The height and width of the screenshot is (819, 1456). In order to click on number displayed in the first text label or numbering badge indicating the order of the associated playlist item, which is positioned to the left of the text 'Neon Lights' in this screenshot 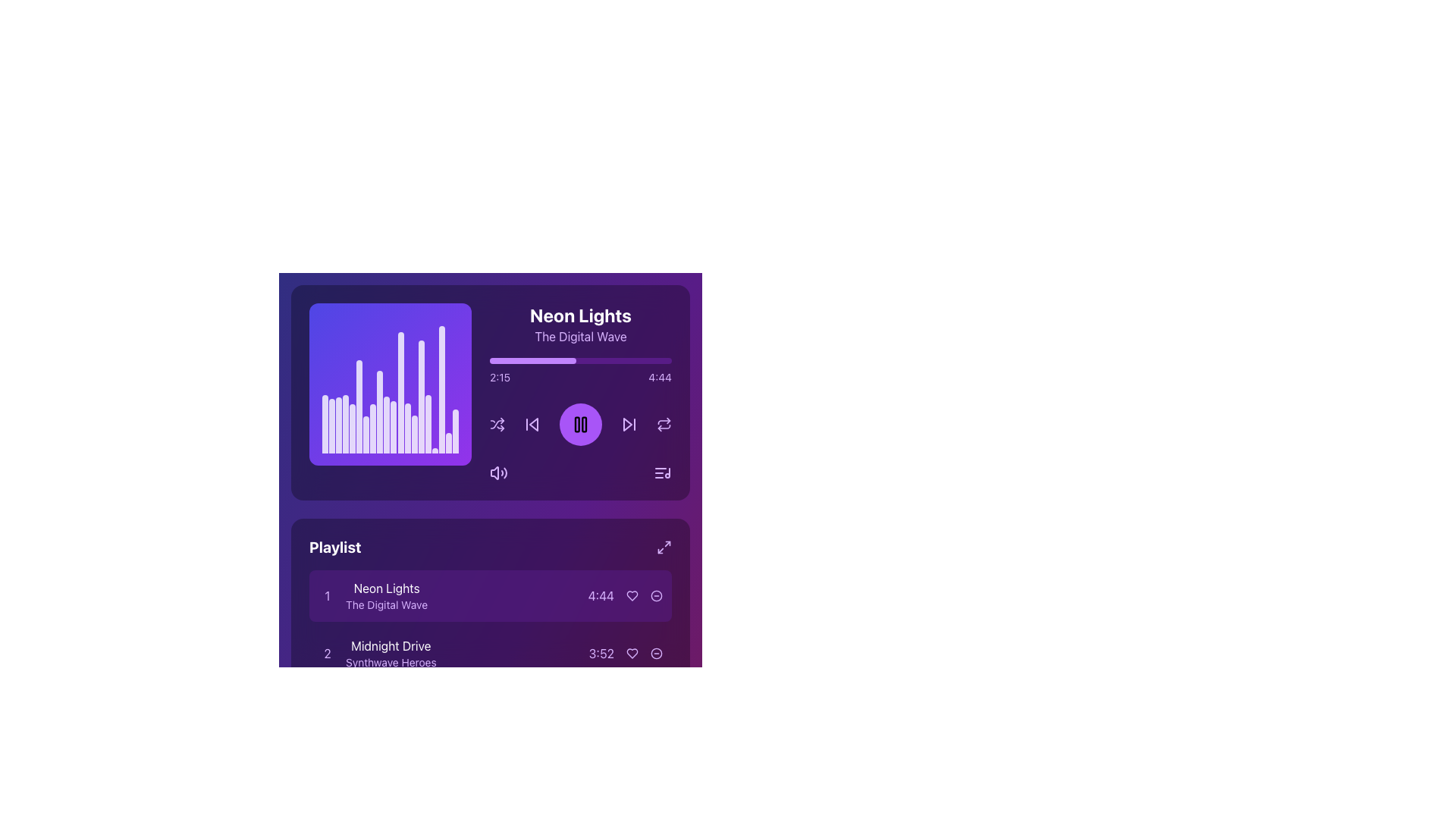, I will do `click(327, 595)`.